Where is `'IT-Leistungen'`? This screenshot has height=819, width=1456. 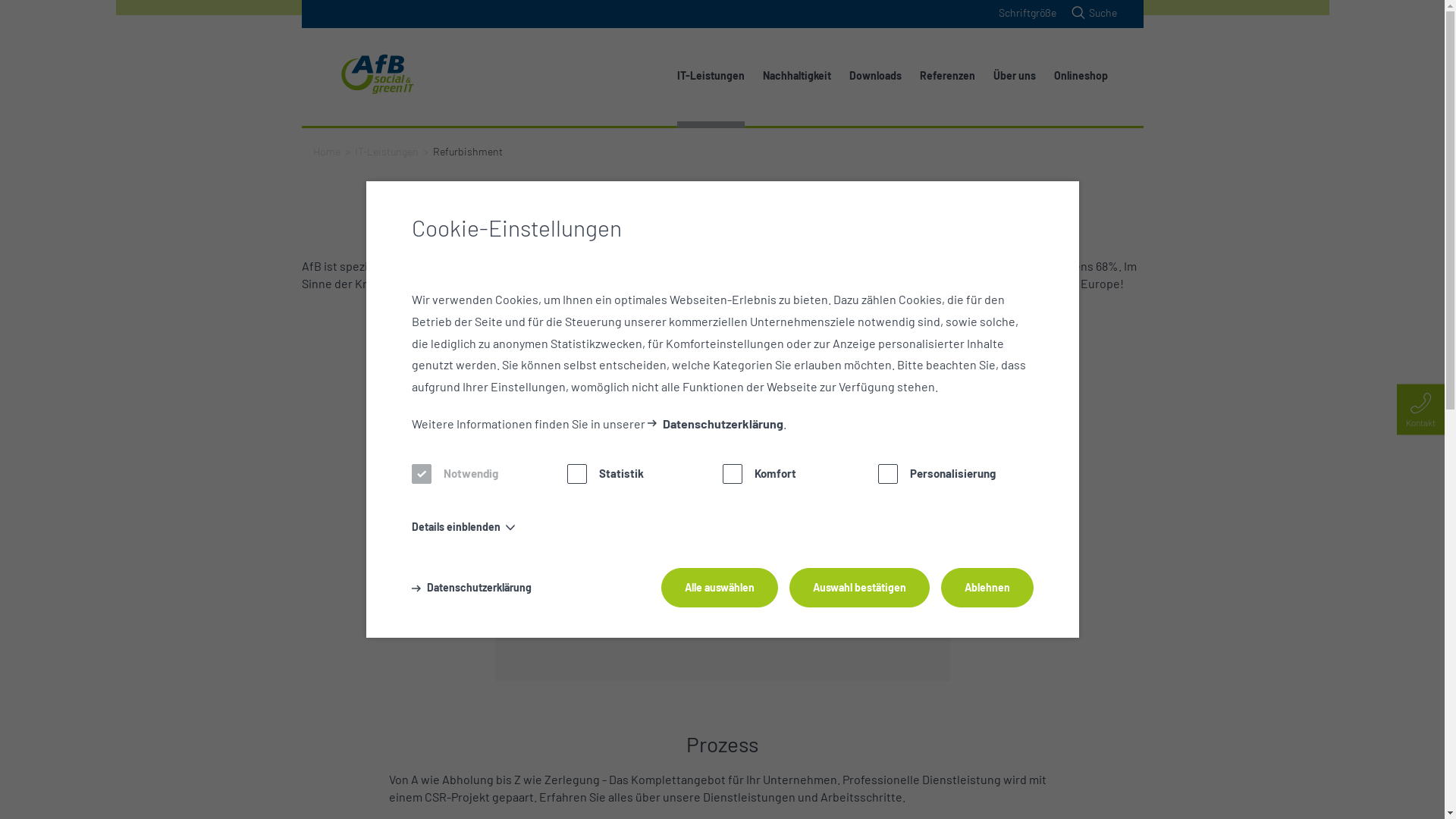
'IT-Leistungen' is located at coordinates (386, 151).